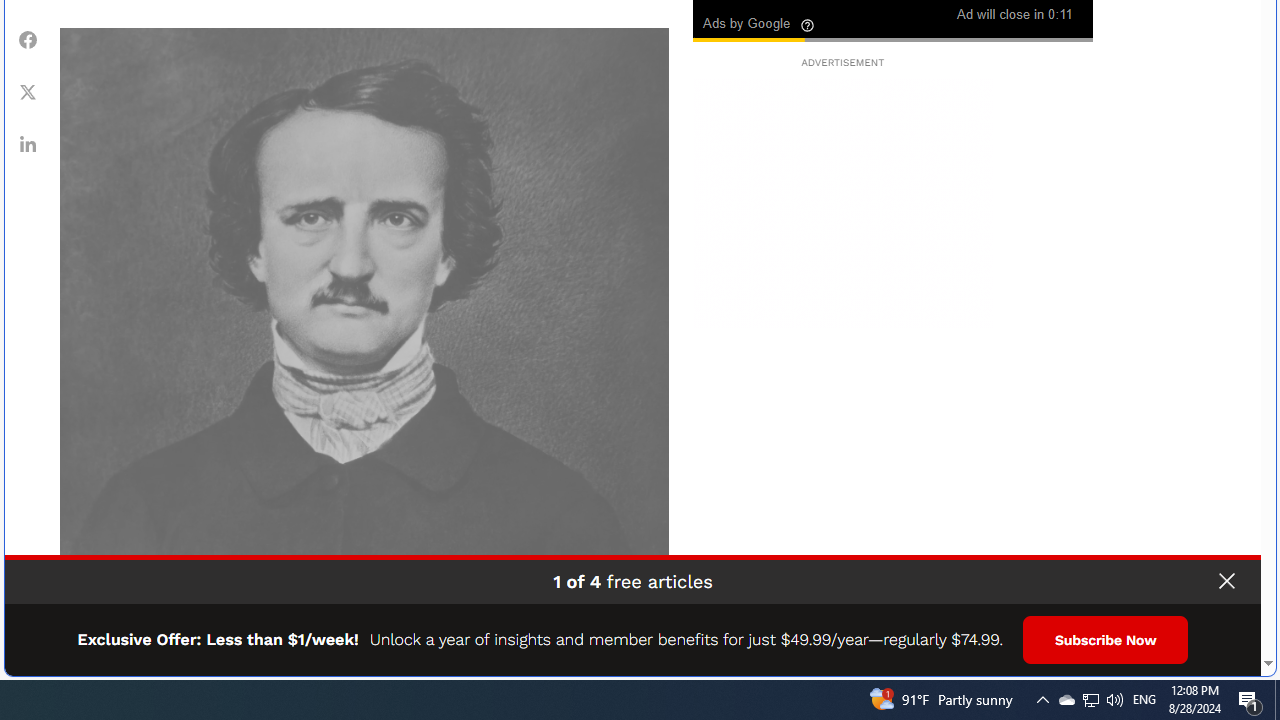  Describe the element at coordinates (808, 25) in the screenshot. I see `'Class: wtaIconSvg'` at that location.